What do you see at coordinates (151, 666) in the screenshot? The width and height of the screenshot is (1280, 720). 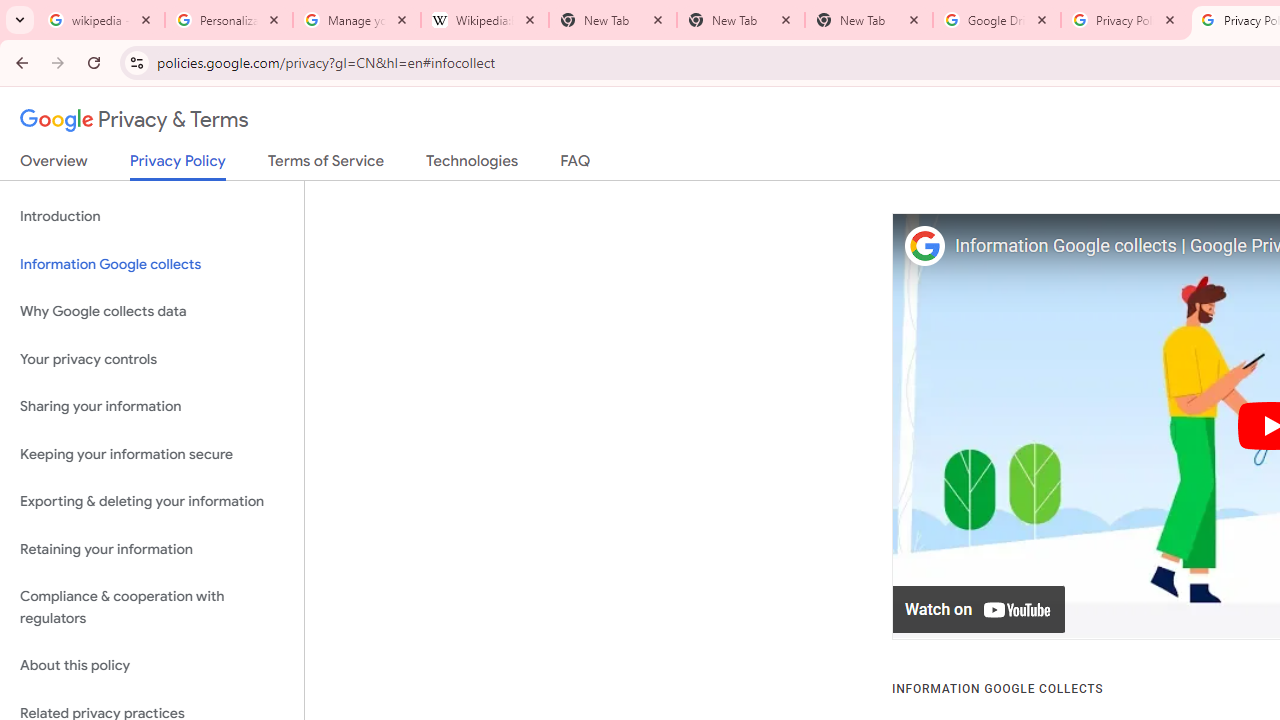 I see `'About this policy'` at bounding box center [151, 666].